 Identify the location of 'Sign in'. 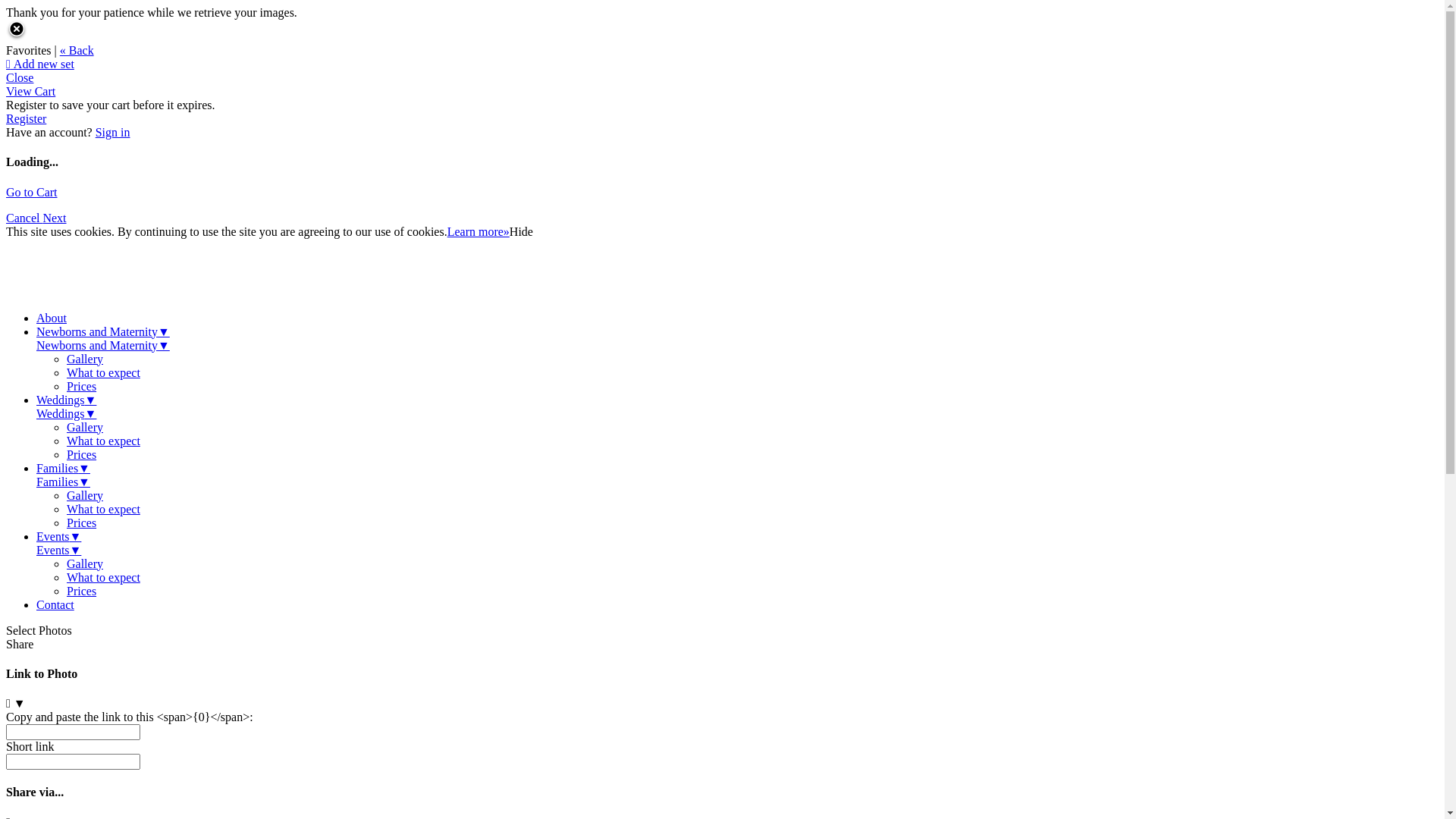
(94, 131).